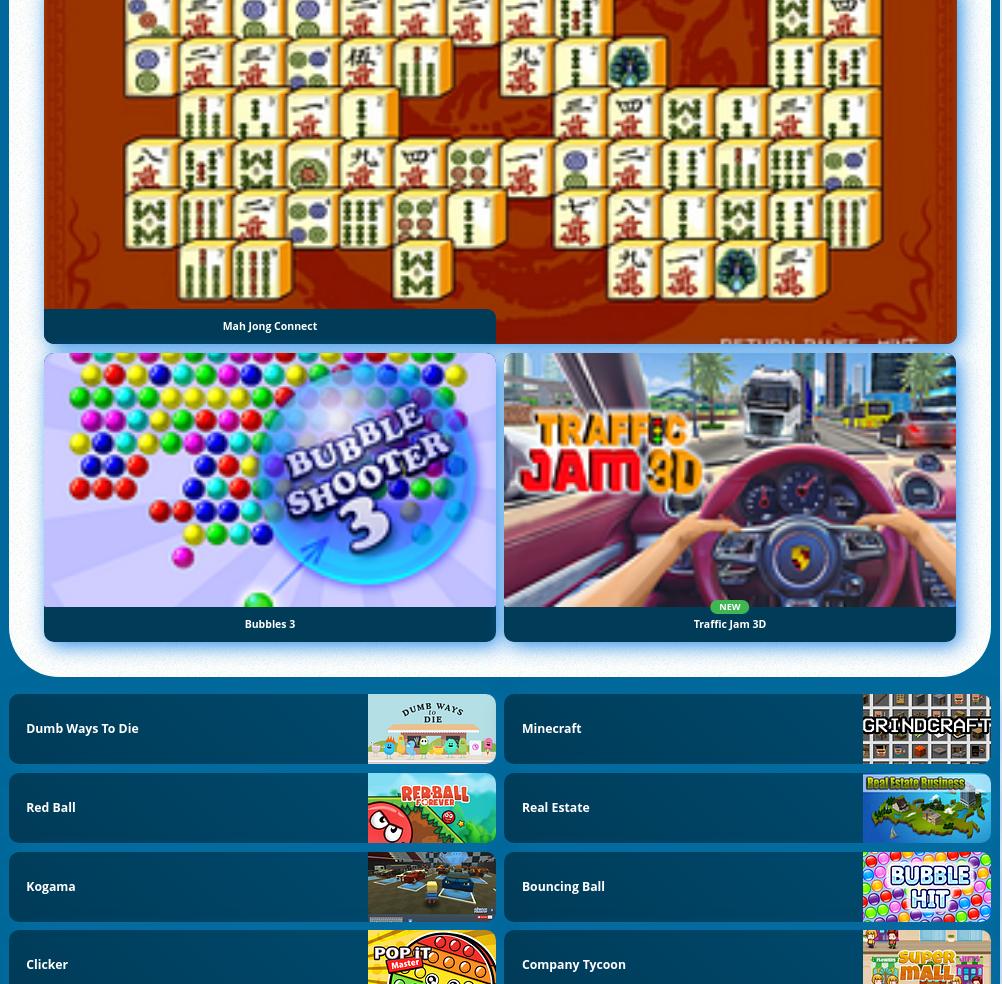 This screenshot has height=984, width=1002. Describe the element at coordinates (268, 324) in the screenshot. I see `'Mah Jong Connect'` at that location.